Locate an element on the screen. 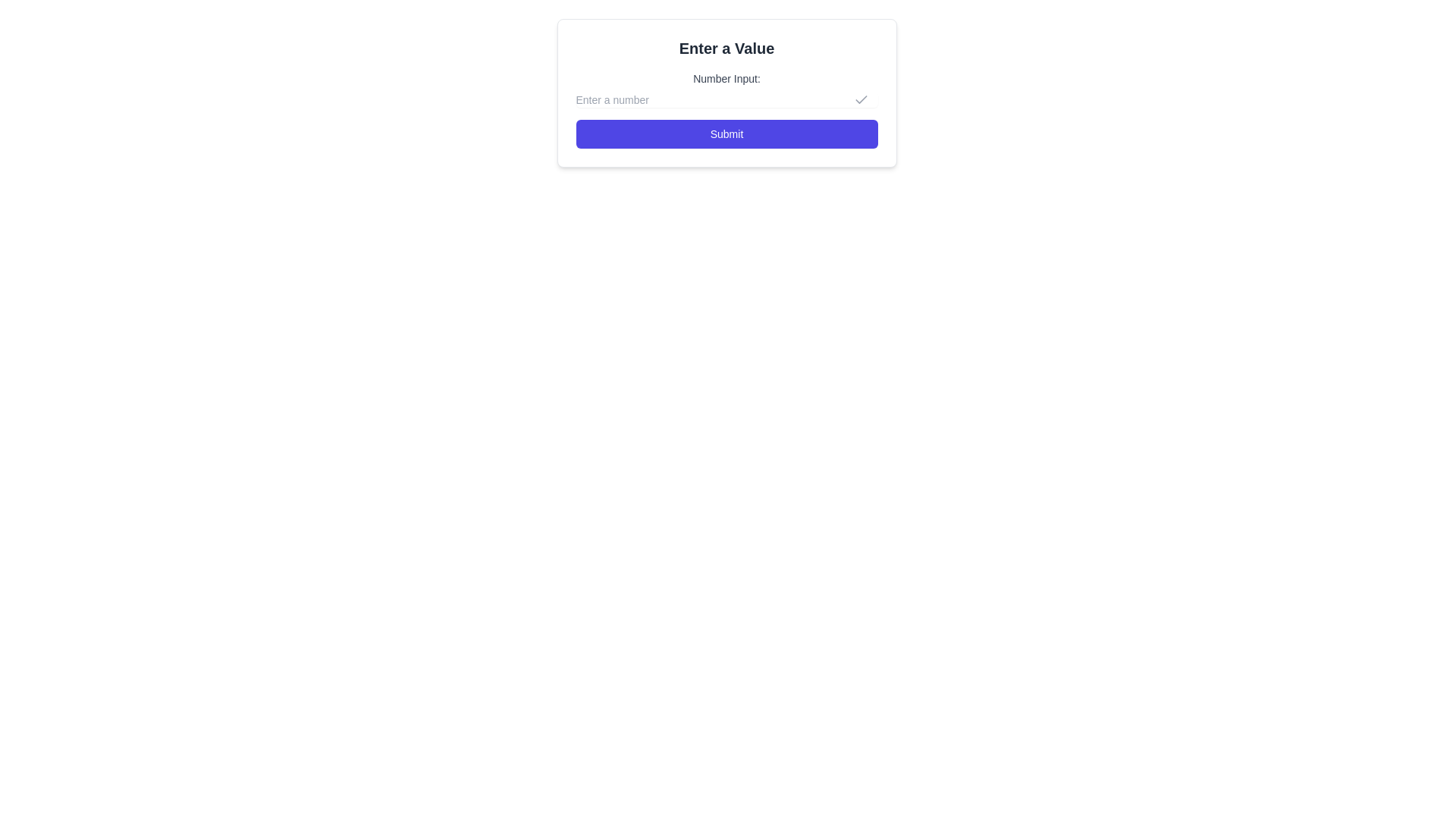  the Text Label that indicates the input field for entering a number, positioned under the header 'Enter a Value' and above the number input field is located at coordinates (726, 79).